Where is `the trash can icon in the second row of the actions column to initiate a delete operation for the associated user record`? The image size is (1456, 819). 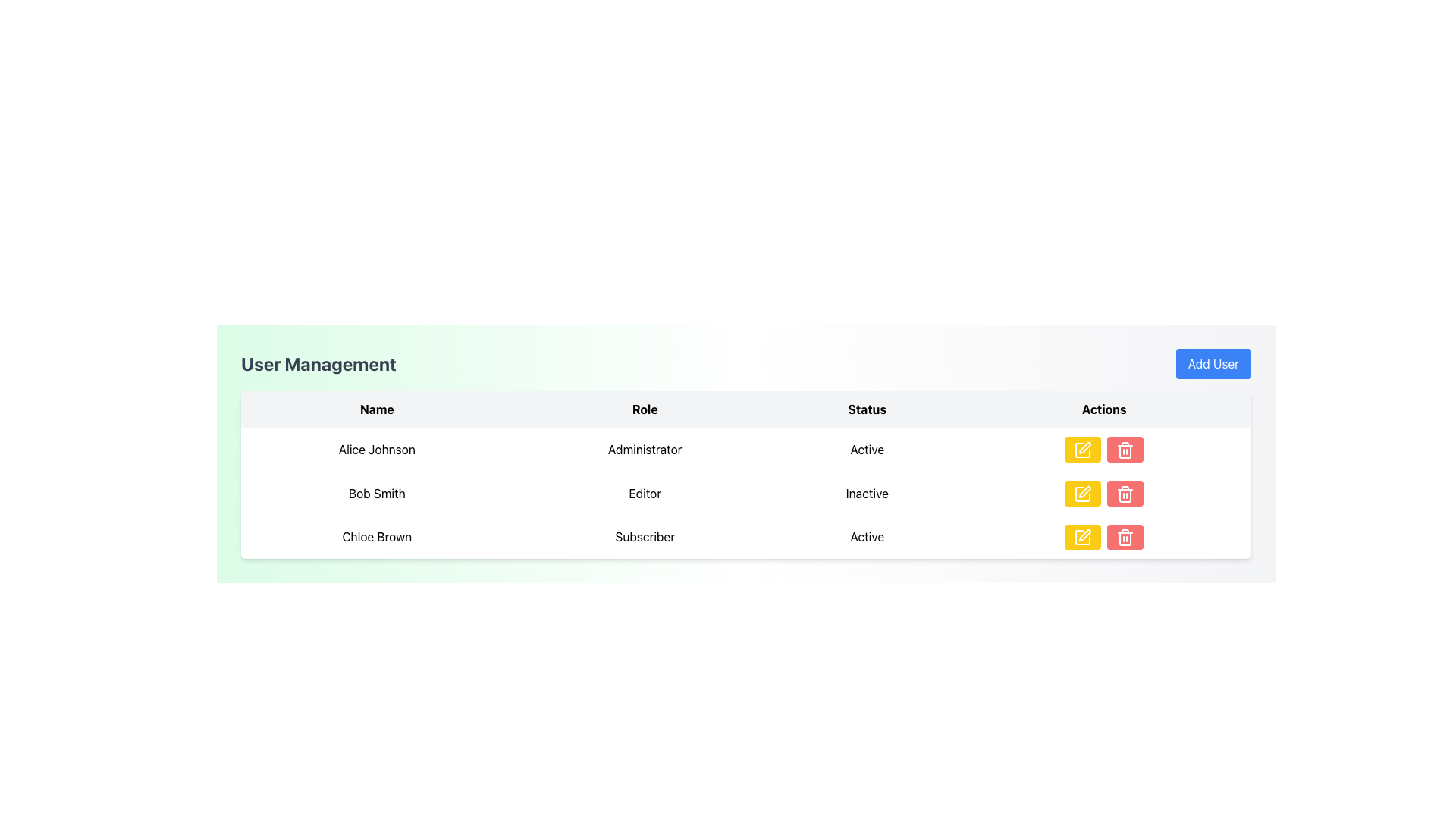 the trash can icon in the second row of the actions column to initiate a delete operation for the associated user record is located at coordinates (1125, 494).